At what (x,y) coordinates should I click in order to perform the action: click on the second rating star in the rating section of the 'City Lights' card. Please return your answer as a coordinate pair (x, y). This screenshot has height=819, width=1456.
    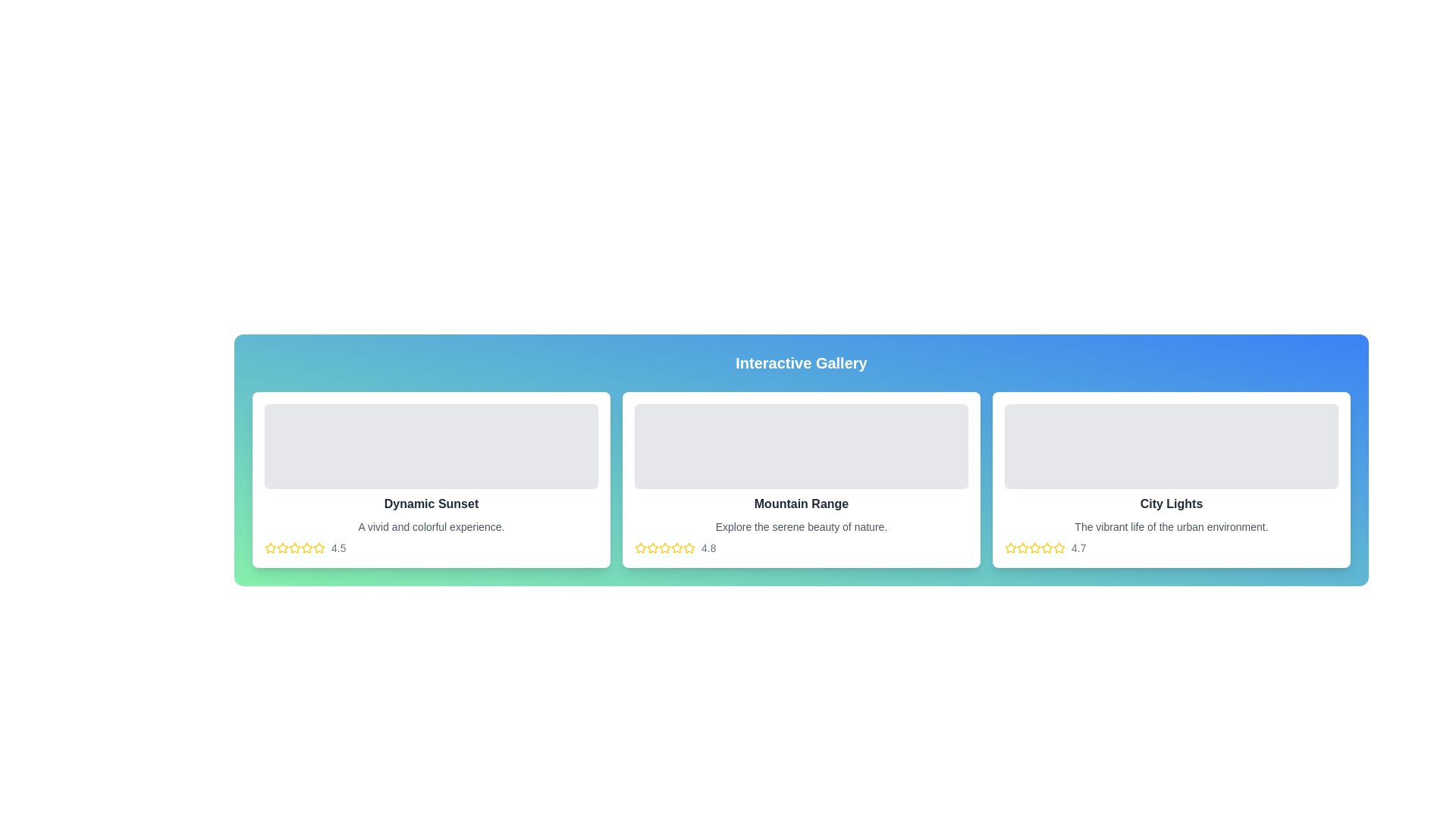
    Looking at the image, I should click on (1034, 548).